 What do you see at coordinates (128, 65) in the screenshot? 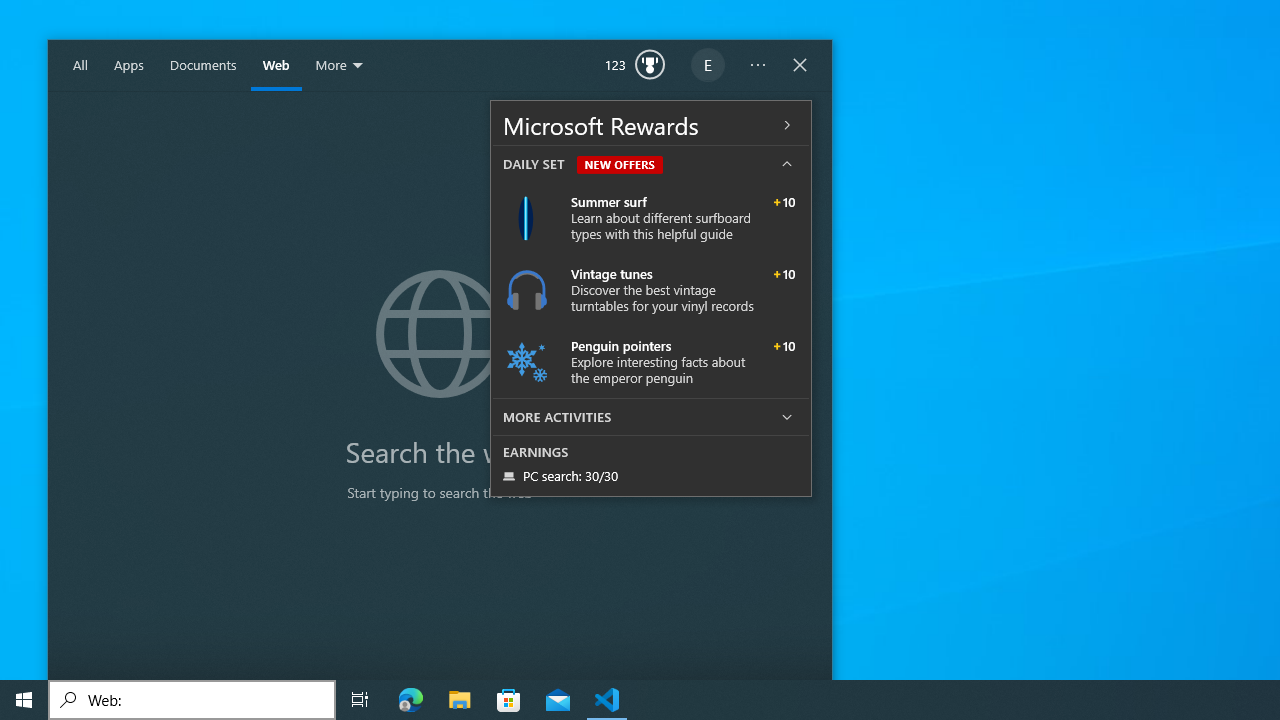
I see `'Apps'` at bounding box center [128, 65].